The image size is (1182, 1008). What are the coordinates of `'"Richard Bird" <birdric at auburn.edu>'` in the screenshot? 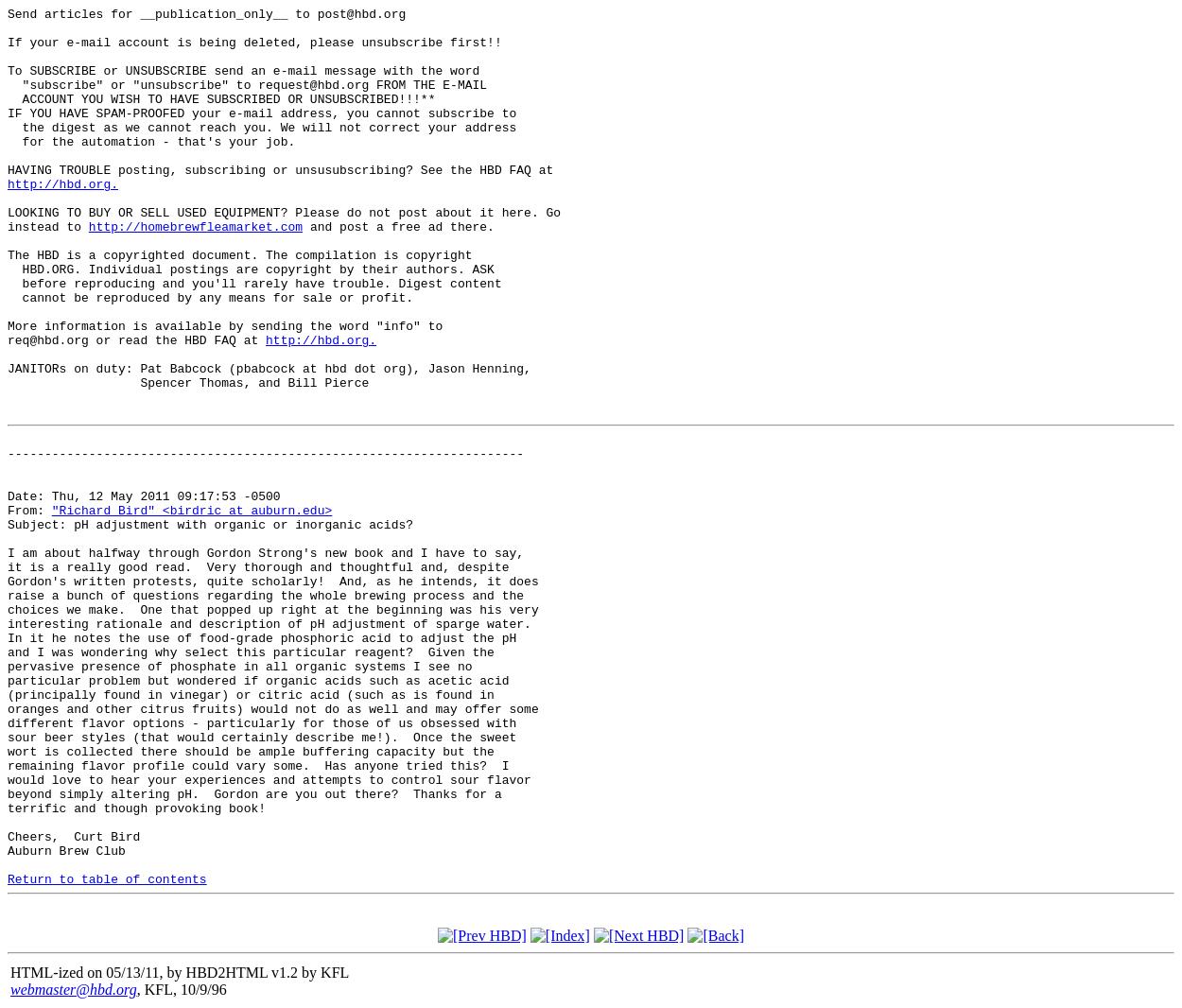 It's located at (190, 509).